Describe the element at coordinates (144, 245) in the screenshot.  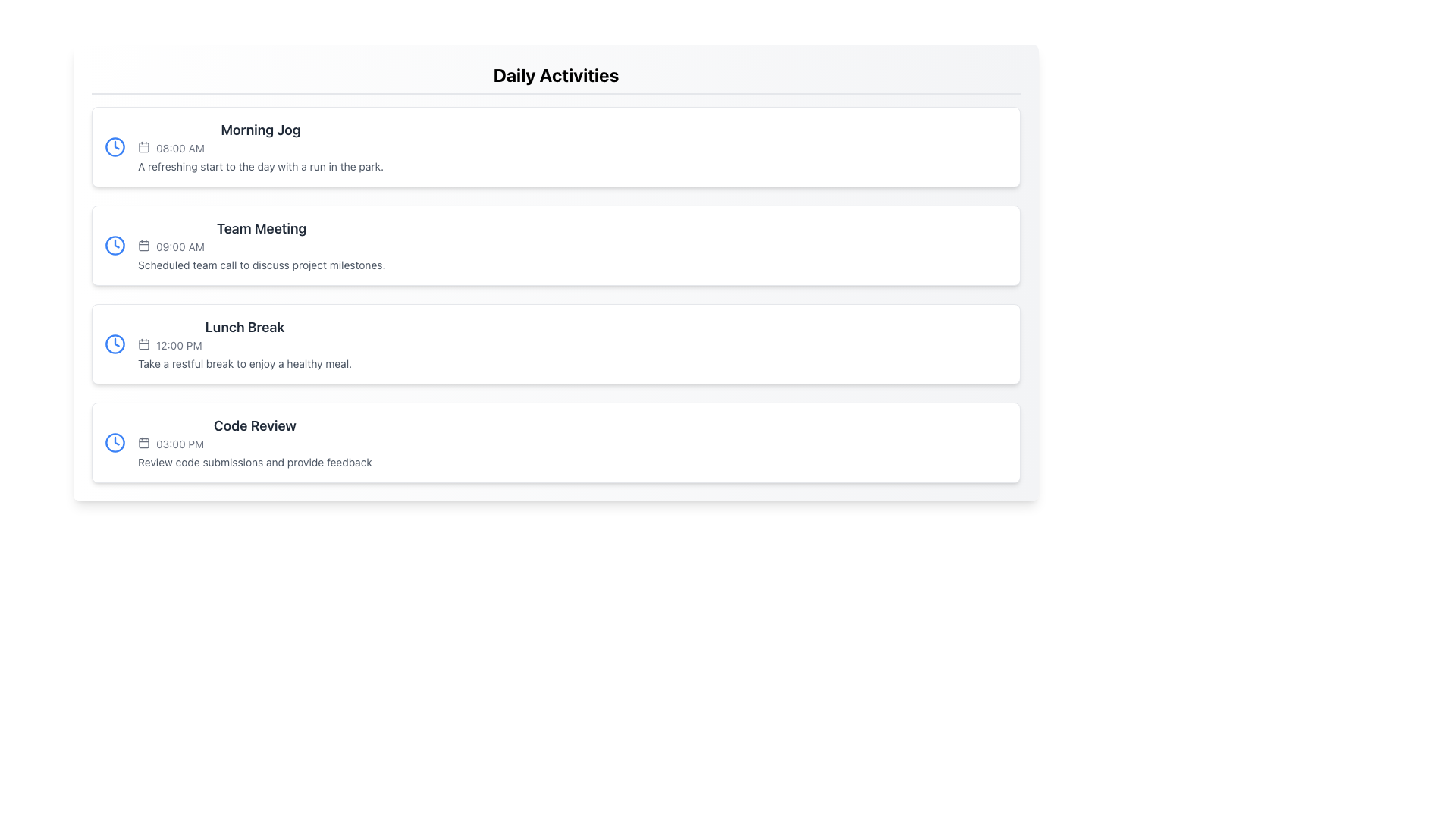
I see `the calendar icon located in the second list item titled 'Team Meeting', positioned to the left of the text '09:00 AM'` at that location.